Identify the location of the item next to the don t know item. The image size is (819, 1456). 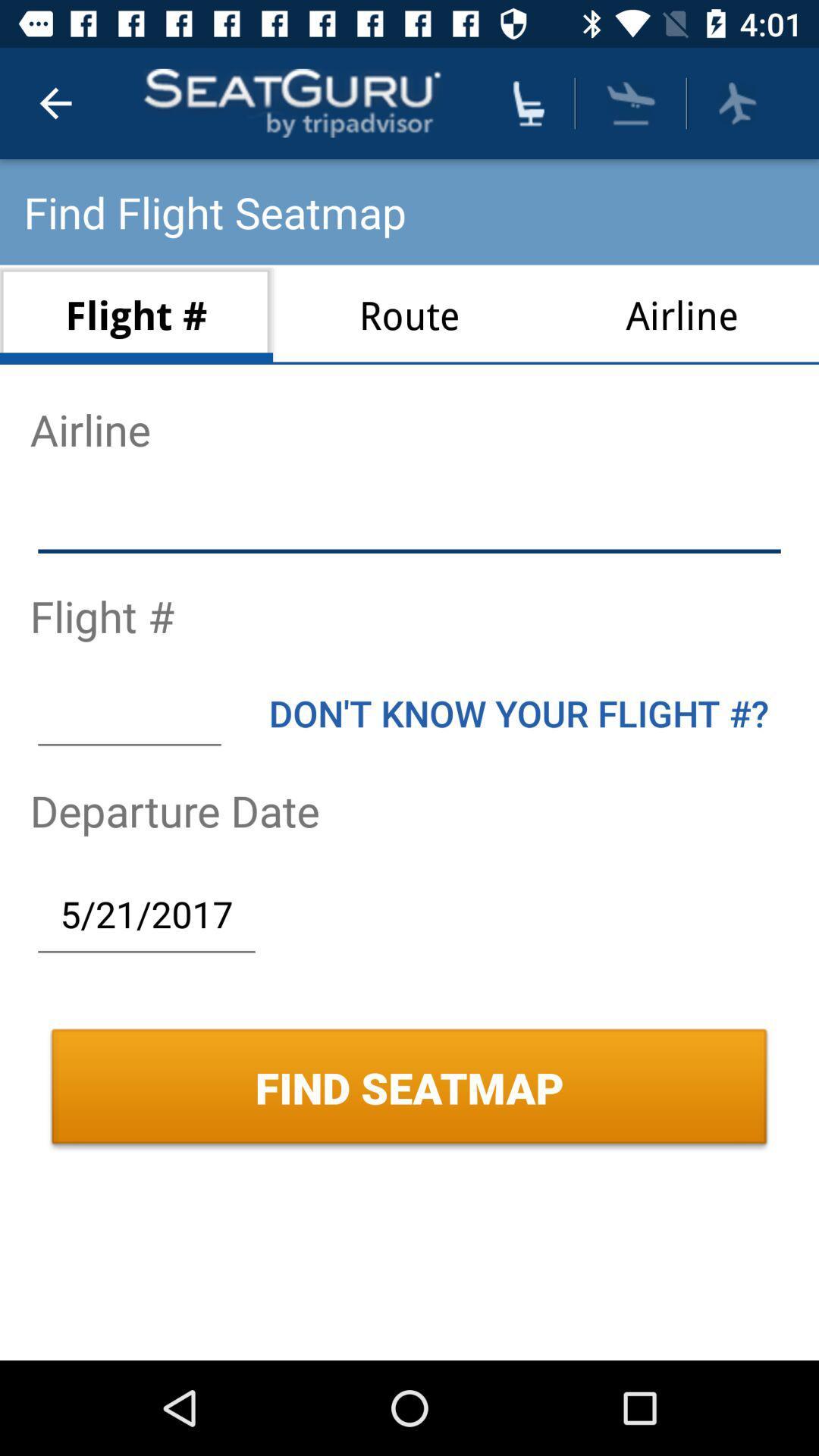
(128, 712).